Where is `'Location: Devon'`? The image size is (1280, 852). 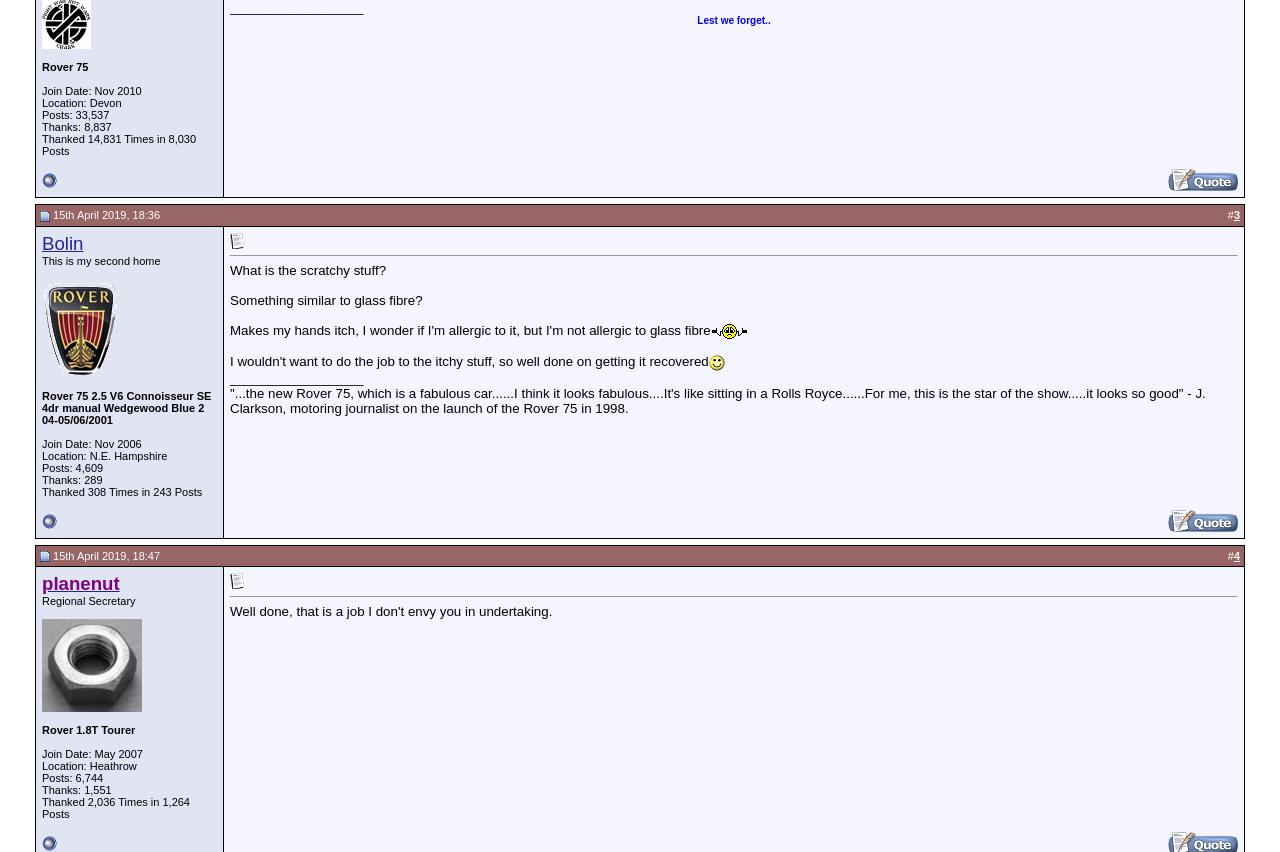 'Location: Devon' is located at coordinates (80, 102).